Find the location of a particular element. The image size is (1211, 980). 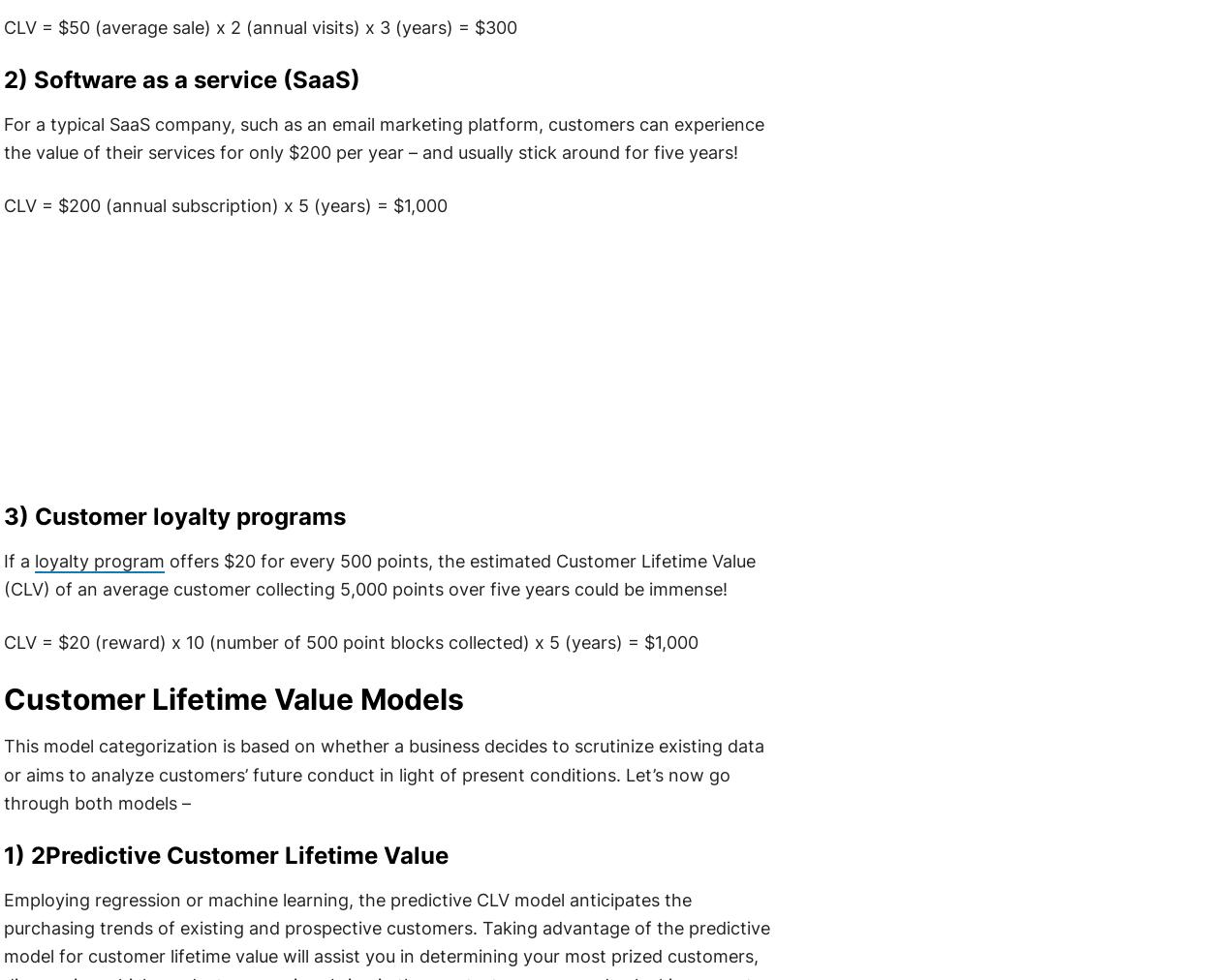

'For a typical SaaS company, such as an email marketing platform, customers can experience the value of their services for only $200 per year – and usually stick around for five years!' is located at coordinates (383, 138).